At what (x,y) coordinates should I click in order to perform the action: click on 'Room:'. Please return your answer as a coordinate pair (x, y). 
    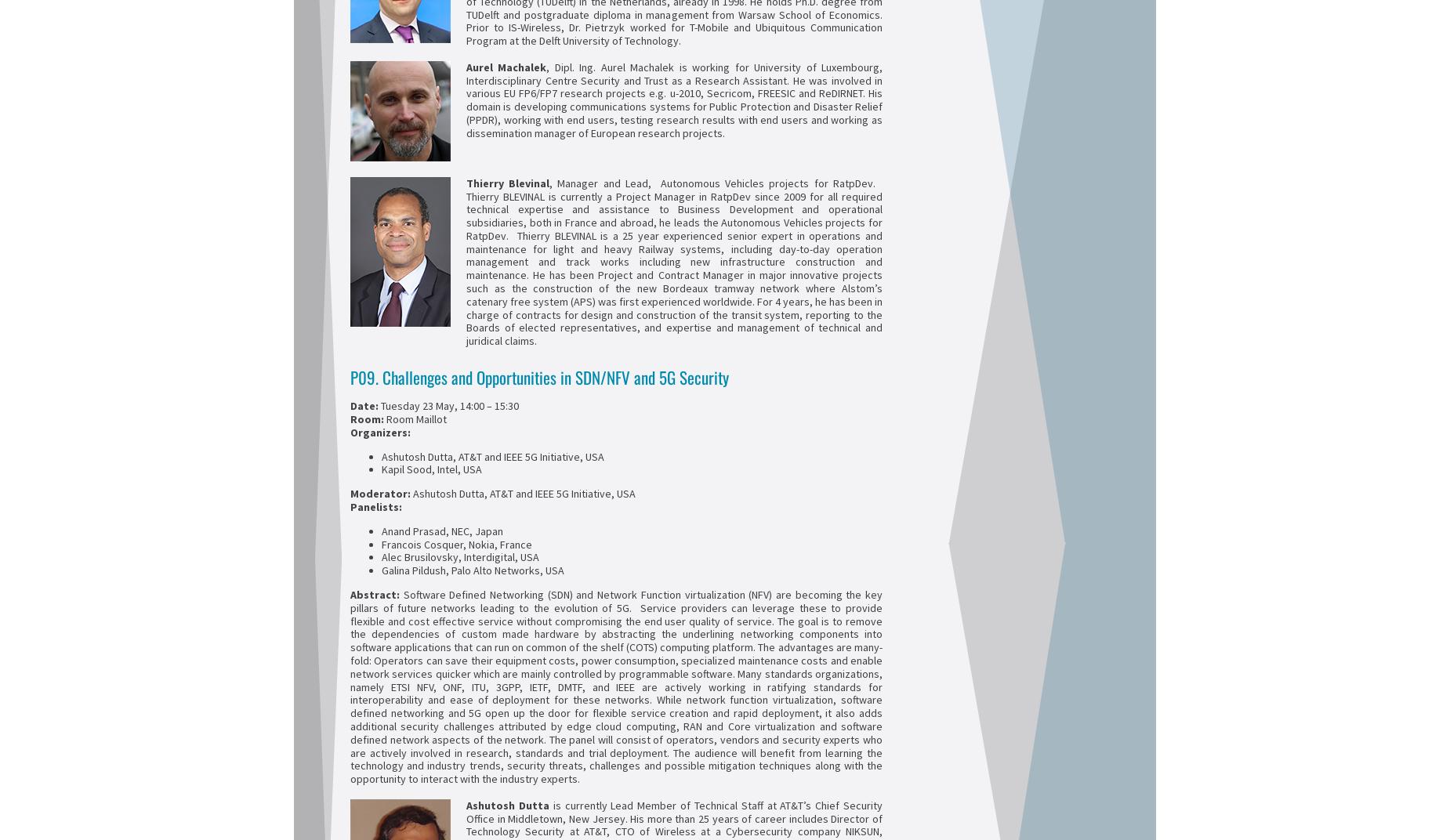
    Looking at the image, I should click on (368, 418).